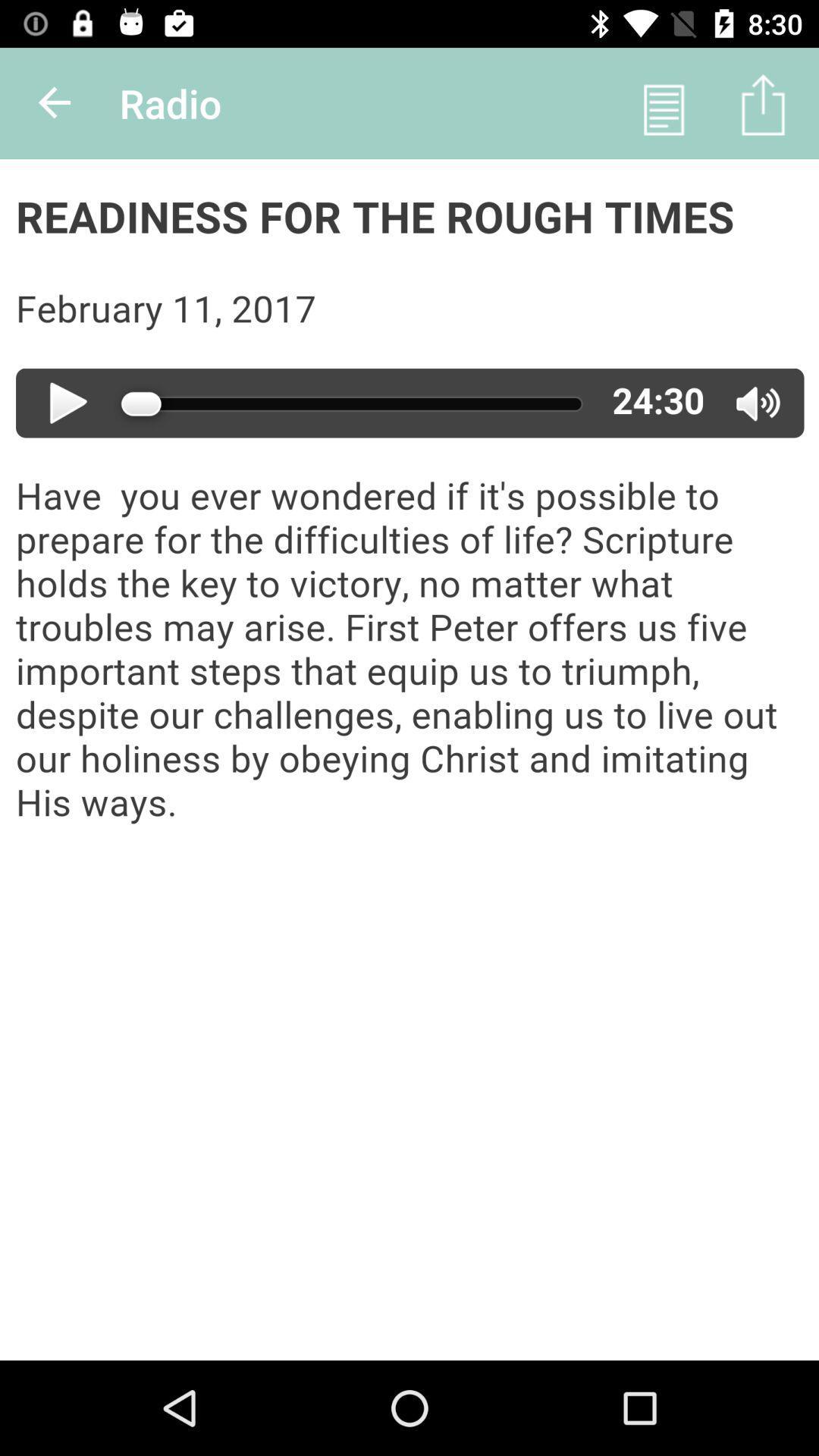 This screenshot has width=819, height=1456. I want to click on back putton, so click(55, 102).